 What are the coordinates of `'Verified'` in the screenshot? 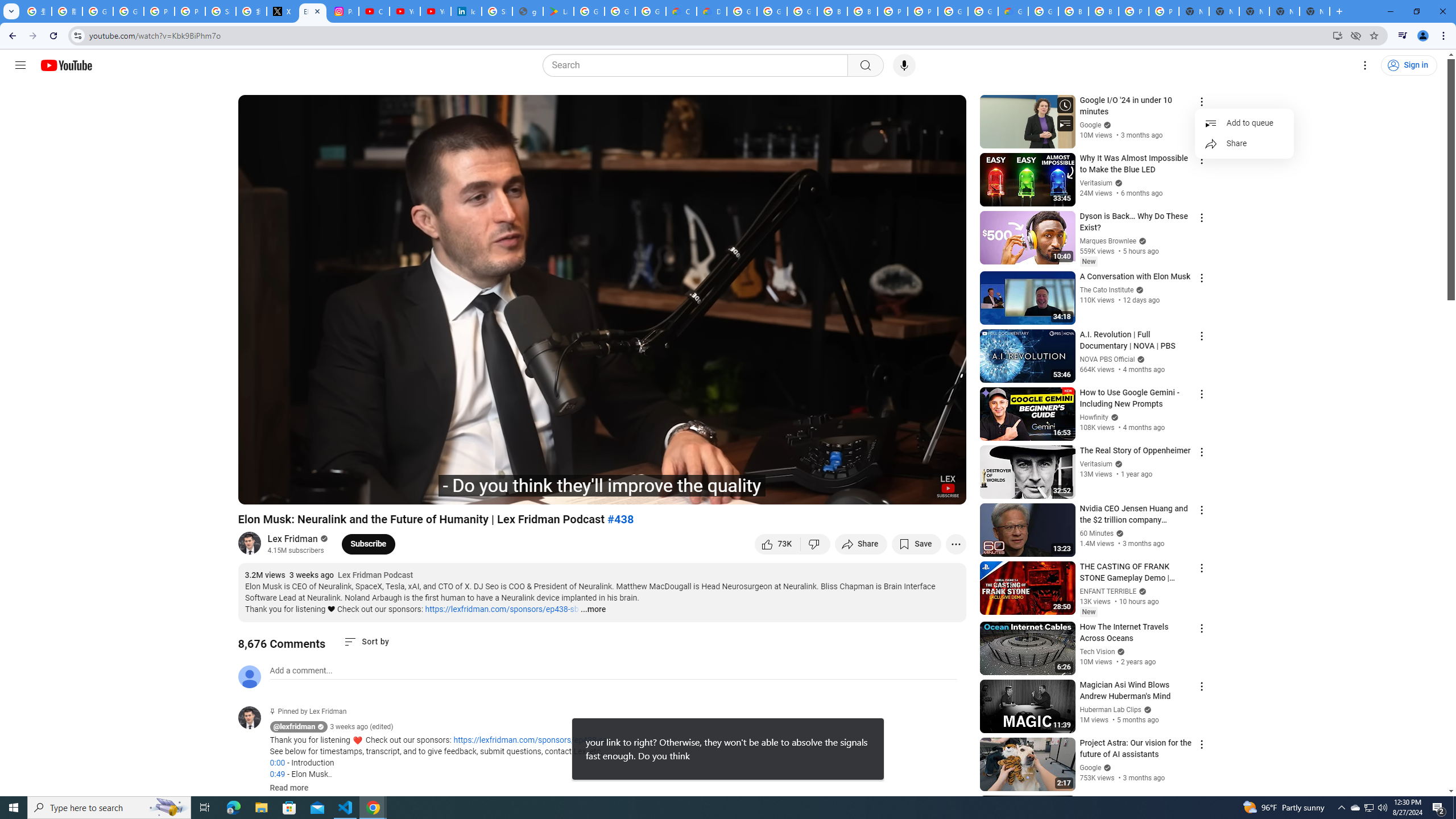 It's located at (1106, 767).